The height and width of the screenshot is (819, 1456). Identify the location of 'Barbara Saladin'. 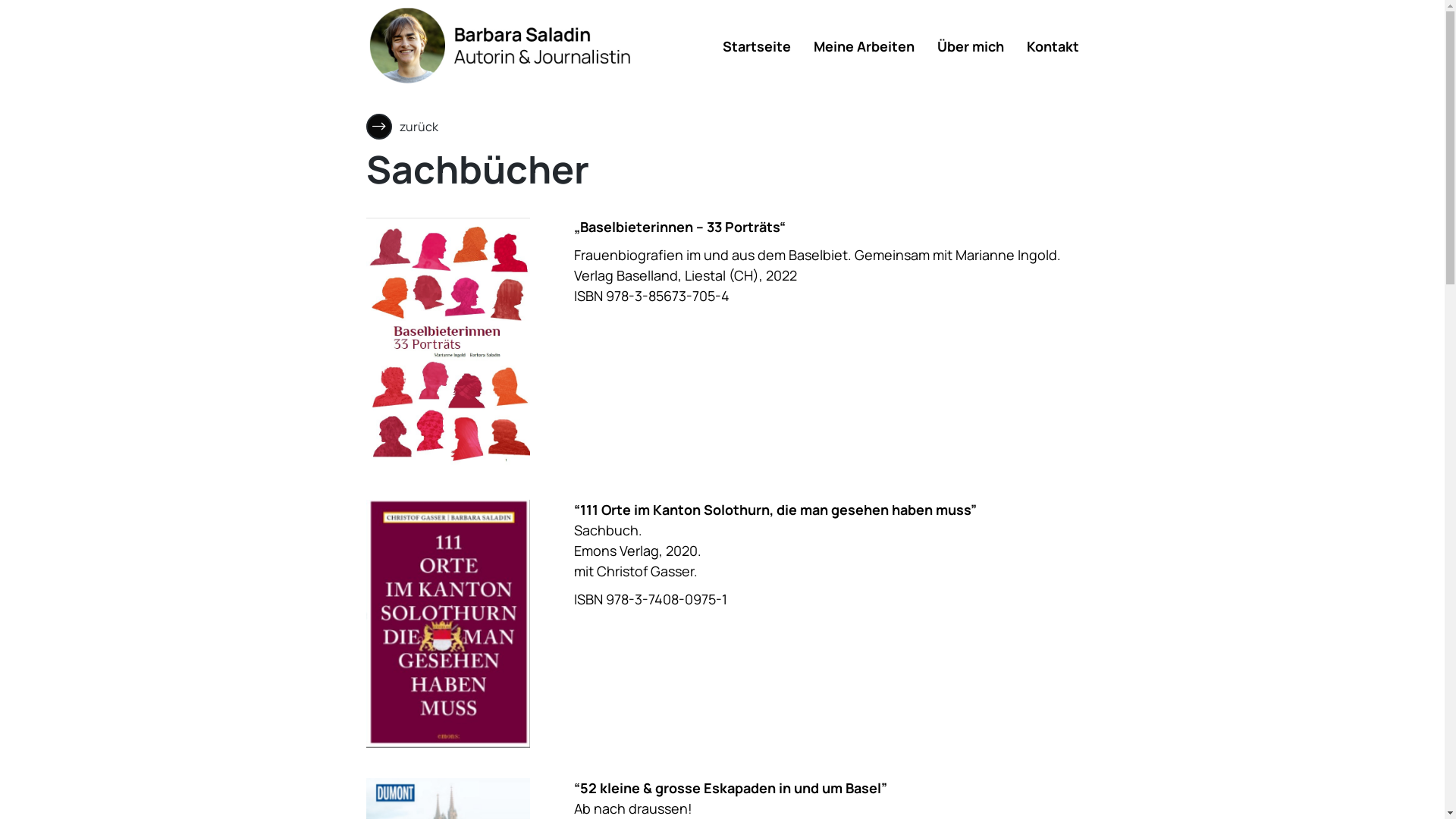
(502, 45).